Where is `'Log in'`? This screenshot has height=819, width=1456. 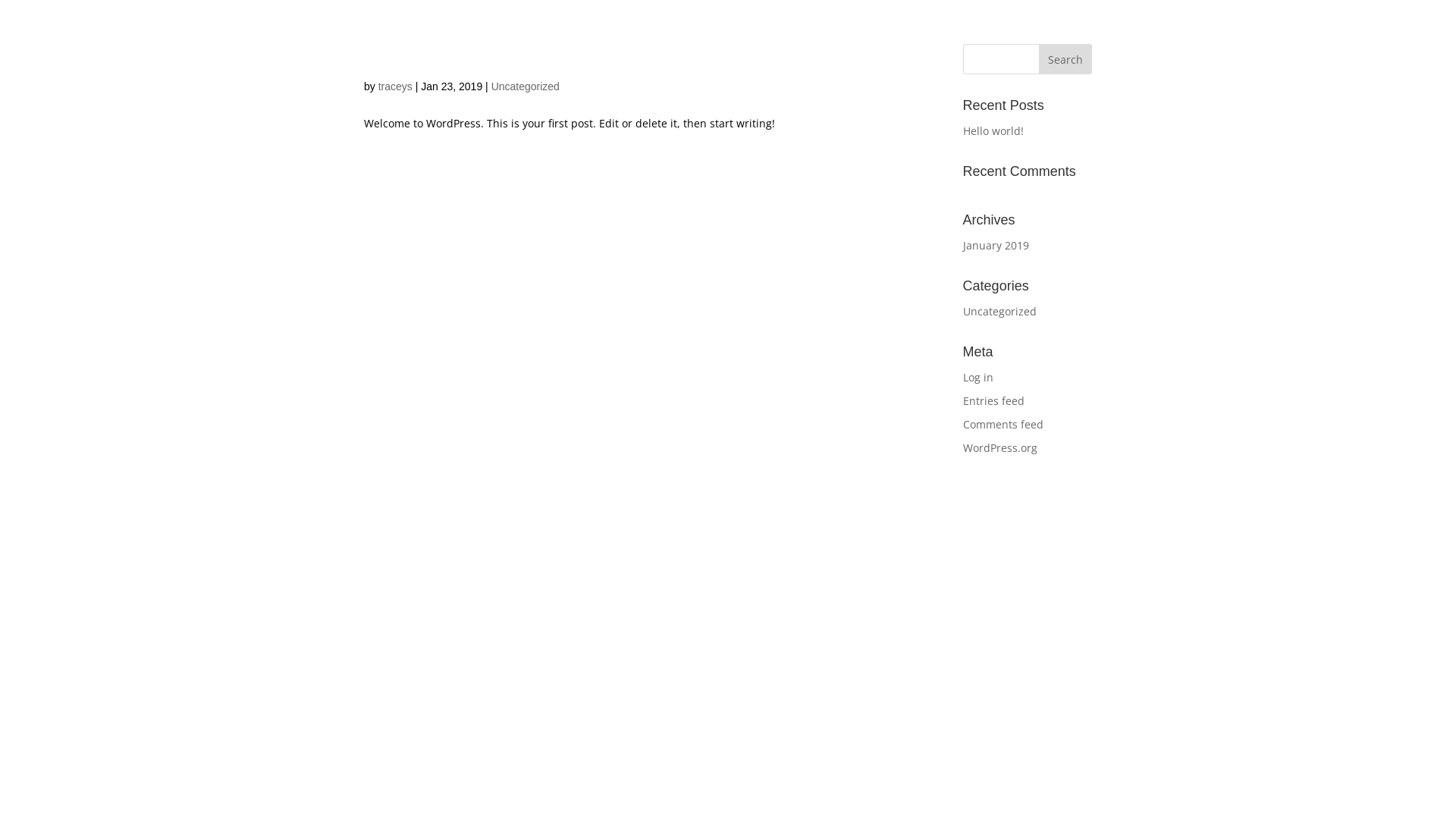
'Log in' is located at coordinates (978, 376).